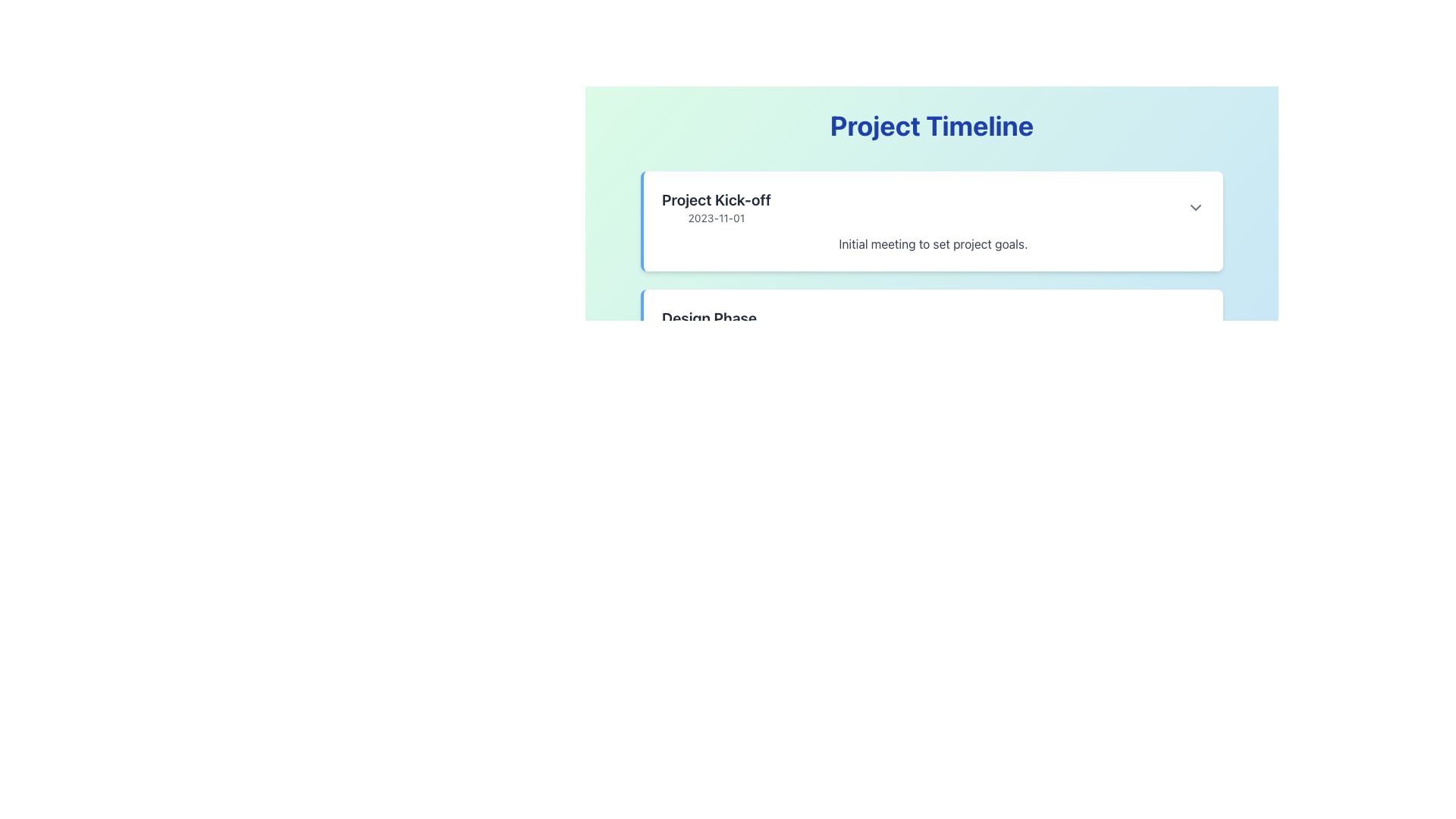  What do you see at coordinates (1195, 325) in the screenshot?
I see `the navigation button located at the far right of the 'Design Phase' section` at bounding box center [1195, 325].